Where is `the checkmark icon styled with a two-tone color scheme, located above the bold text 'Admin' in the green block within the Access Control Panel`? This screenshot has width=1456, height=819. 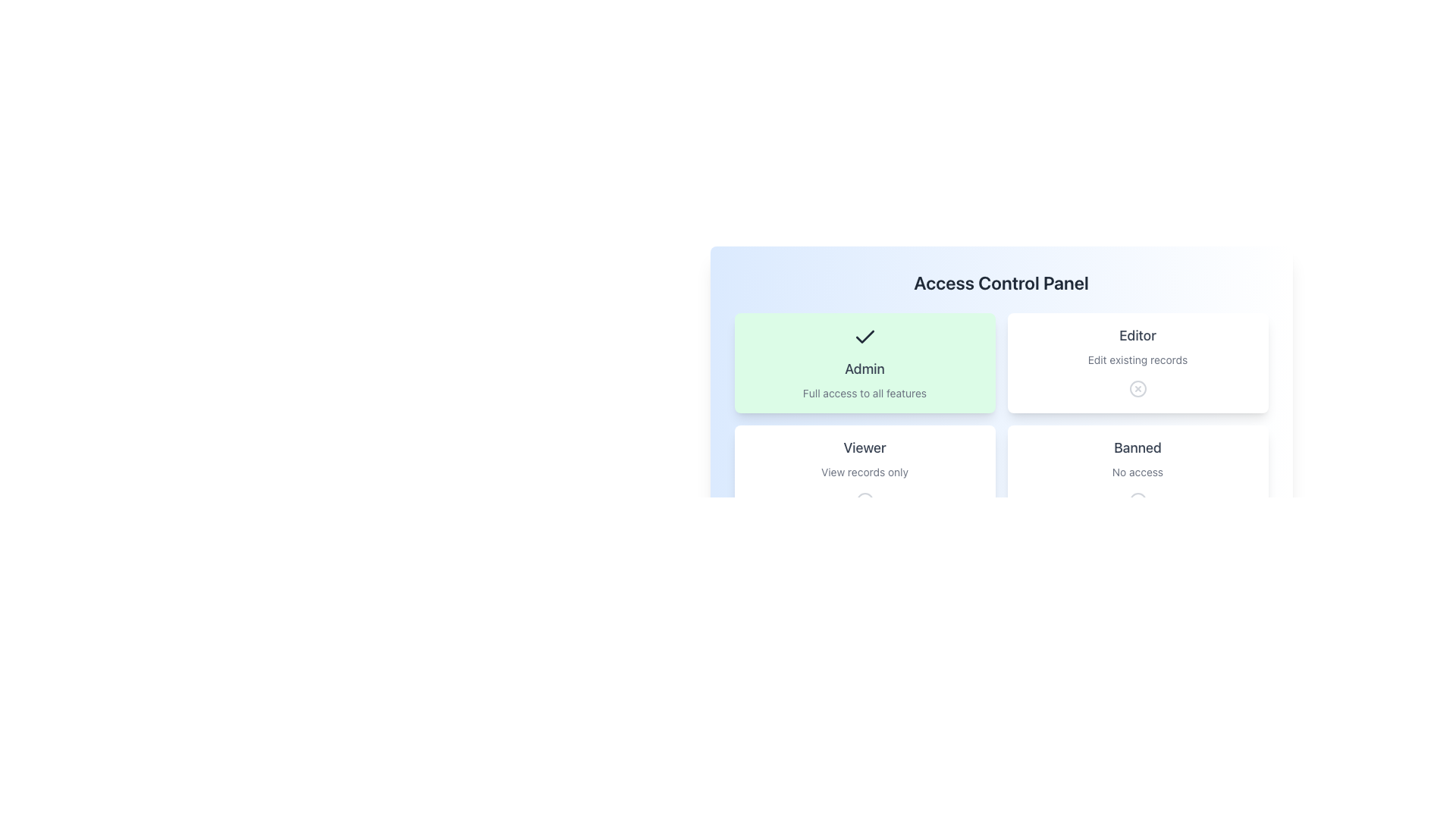
the checkmark icon styled with a two-tone color scheme, located above the bold text 'Admin' in the green block within the Access Control Panel is located at coordinates (864, 336).